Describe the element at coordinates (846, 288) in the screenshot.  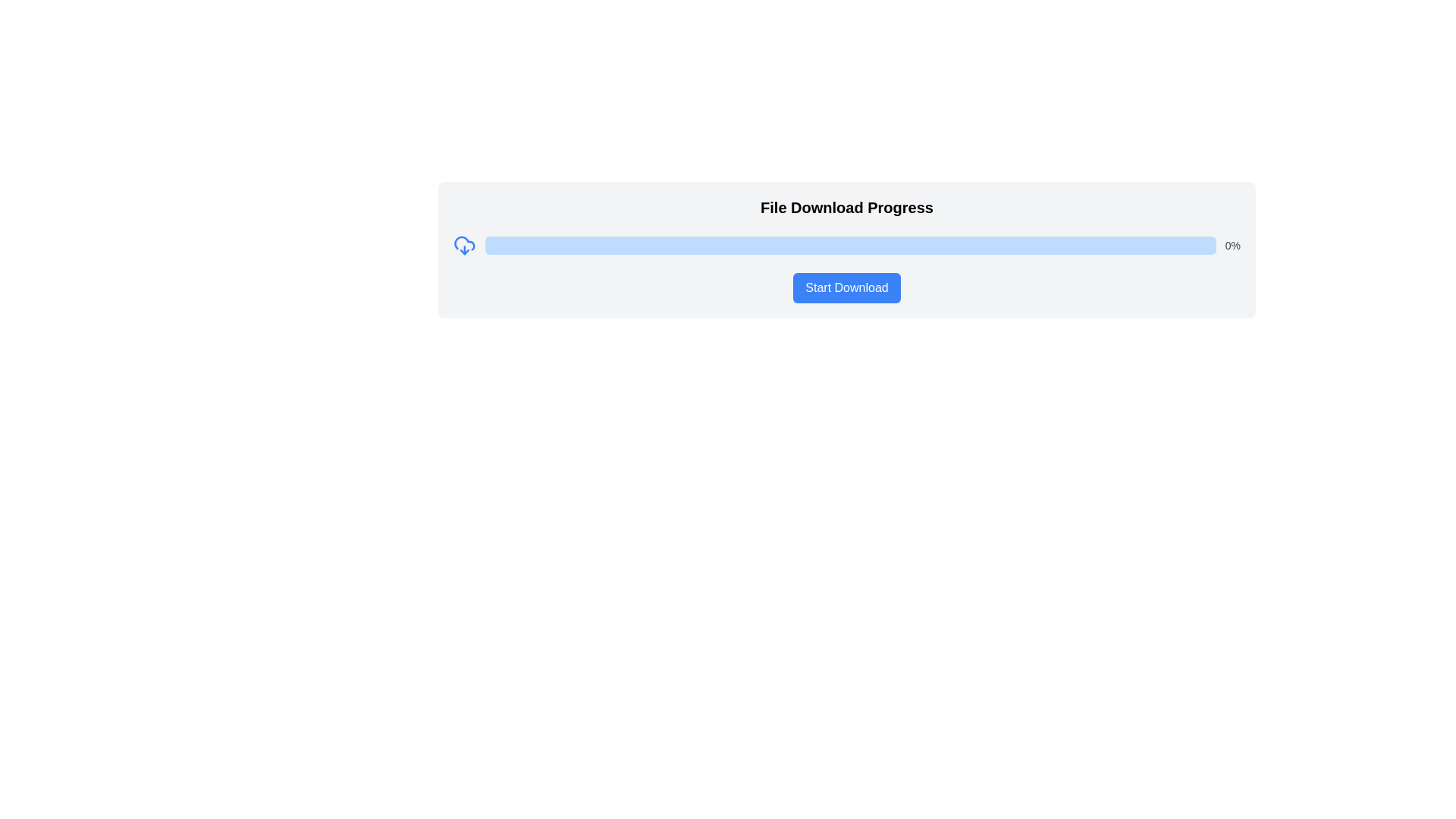
I see `the 'Start Download' button` at that location.